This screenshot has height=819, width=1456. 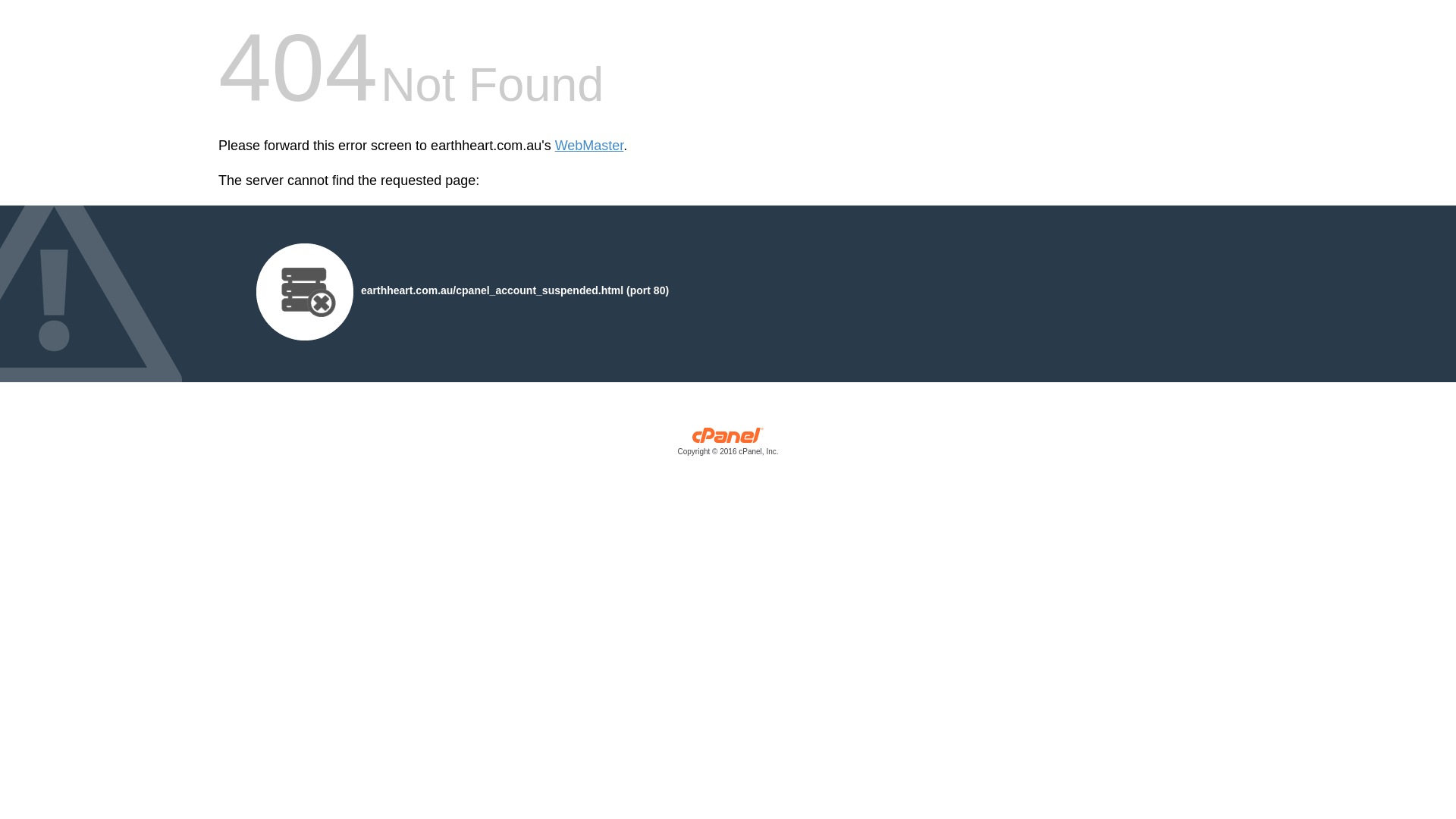 I want to click on 'WebMaster', so click(x=588, y=146).